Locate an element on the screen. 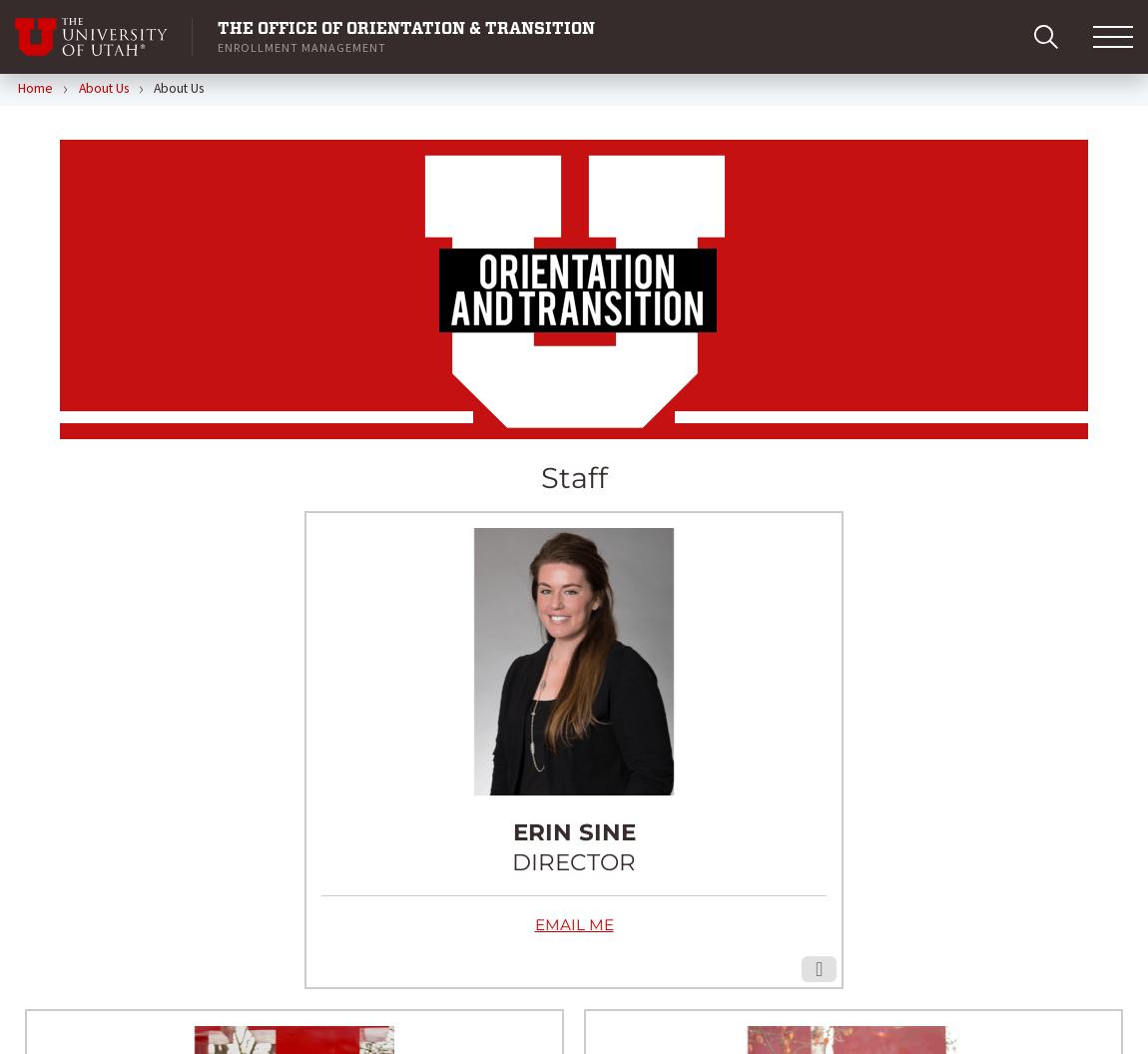 This screenshot has width=1148, height=1054. 'ABOUT ERIN' is located at coordinates (573, 539).